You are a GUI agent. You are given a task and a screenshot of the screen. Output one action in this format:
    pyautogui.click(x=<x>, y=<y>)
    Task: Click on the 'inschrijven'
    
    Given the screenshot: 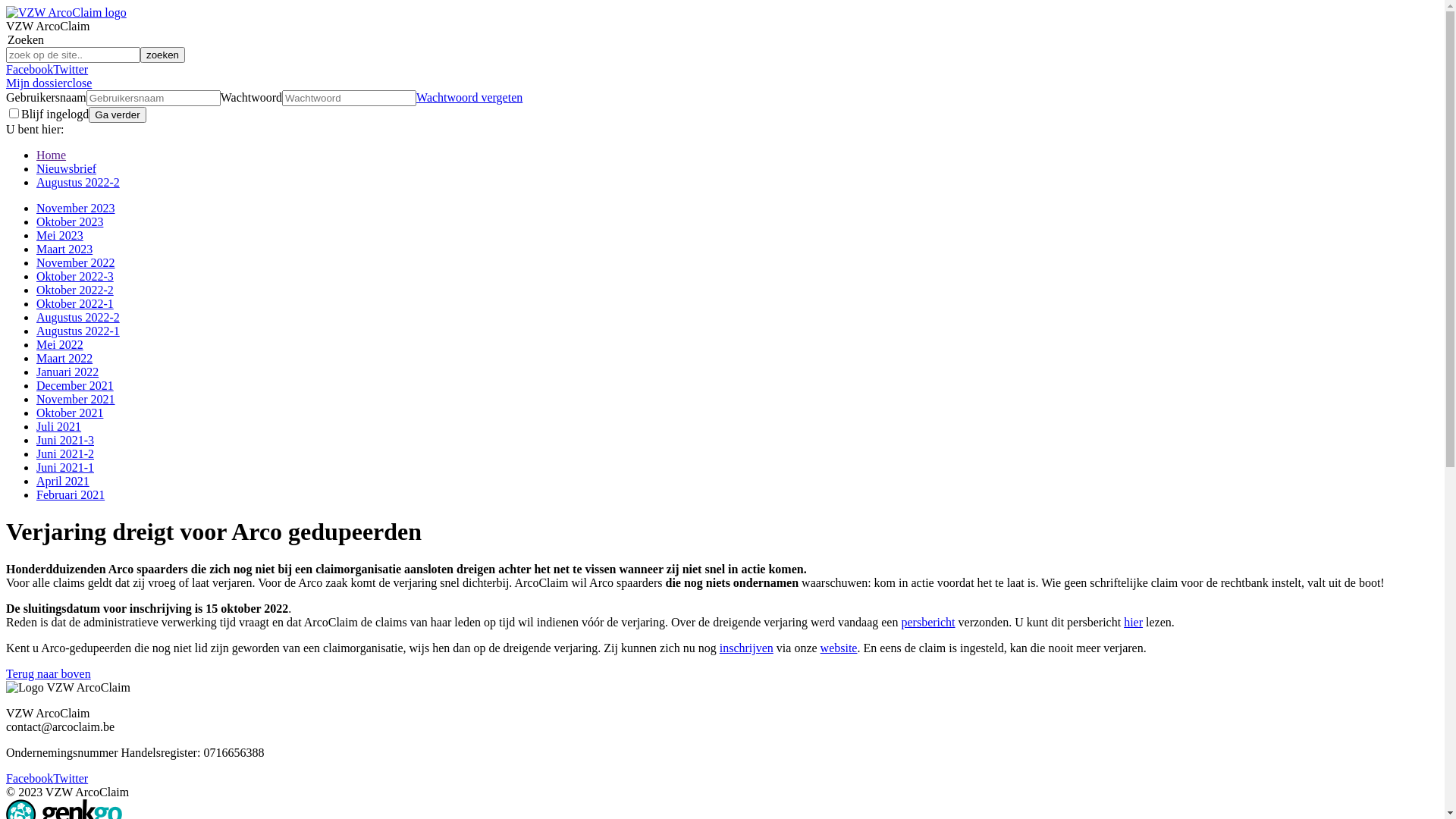 What is the action you would take?
    pyautogui.click(x=746, y=648)
    